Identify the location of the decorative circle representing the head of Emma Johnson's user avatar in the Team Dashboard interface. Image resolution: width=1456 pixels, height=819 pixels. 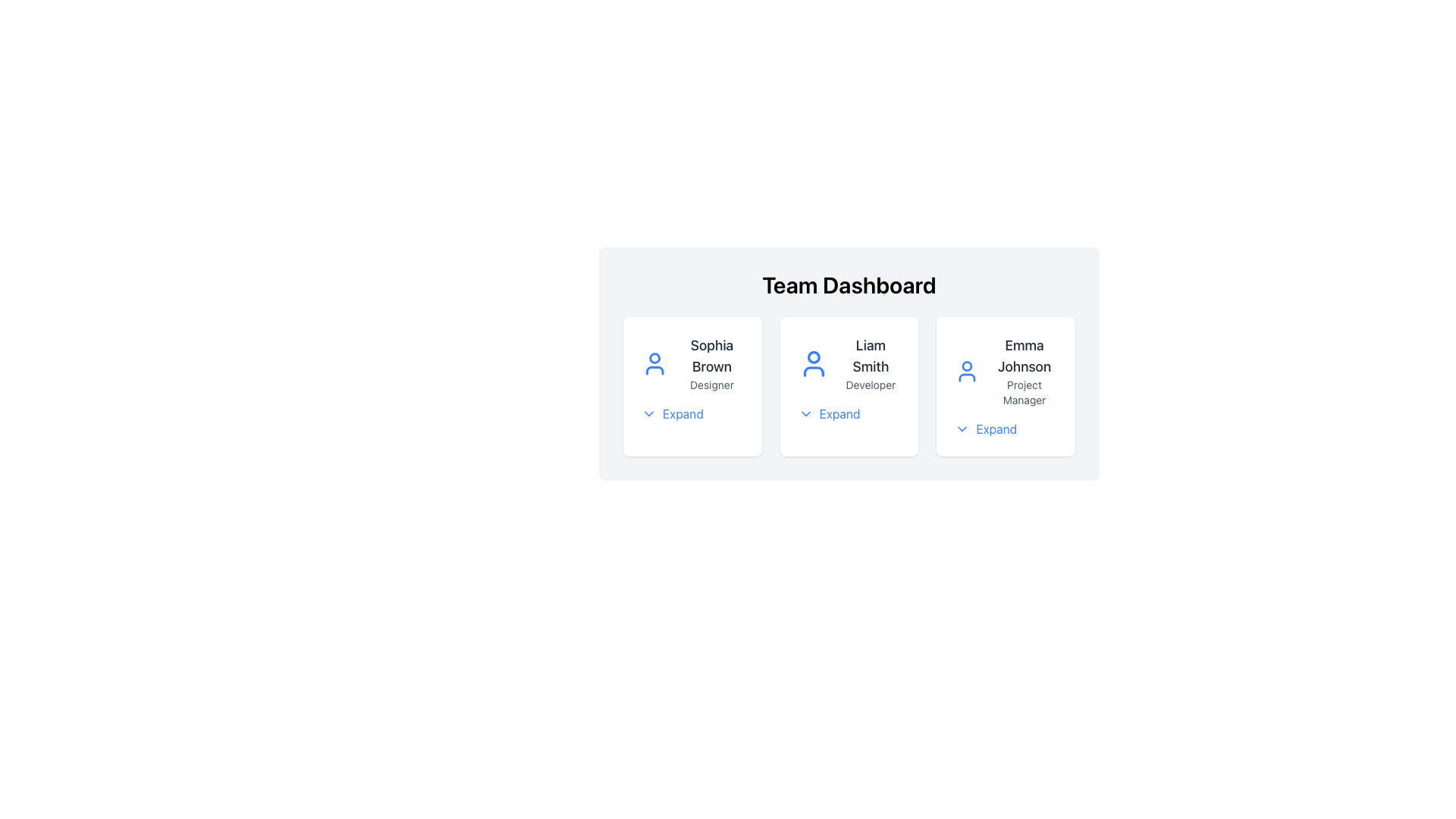
(966, 366).